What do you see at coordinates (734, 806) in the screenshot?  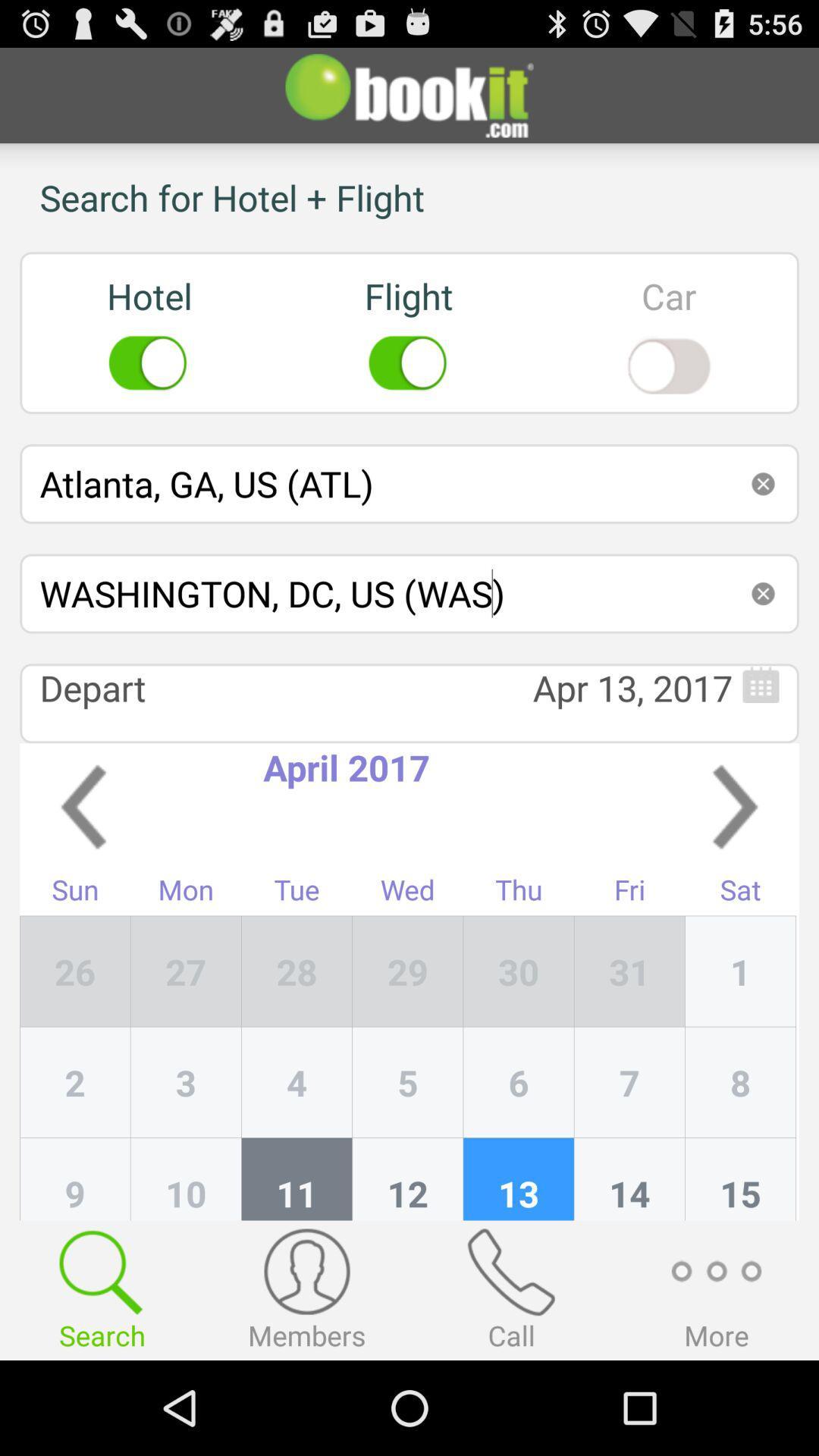 I see `app above fri item` at bounding box center [734, 806].